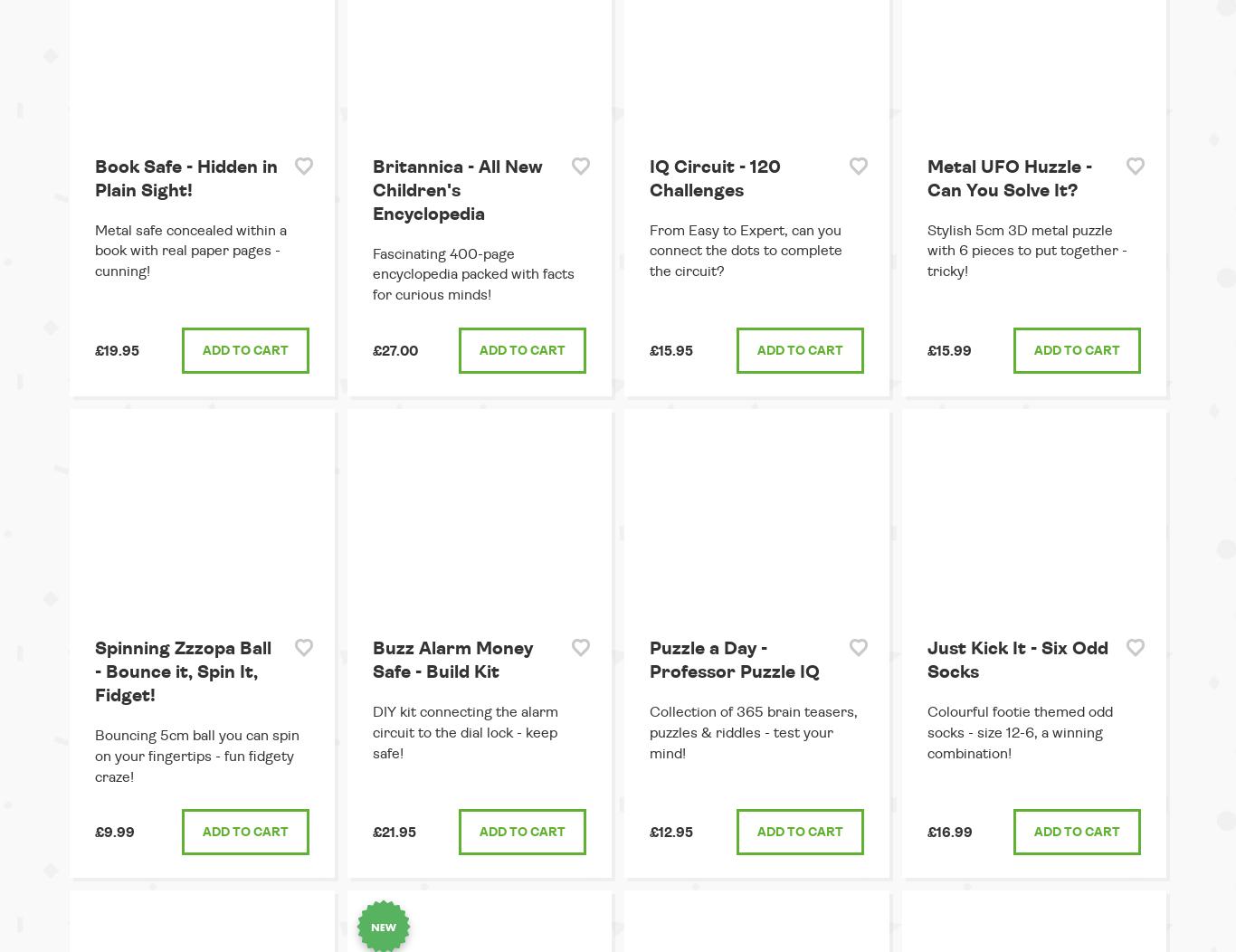 This screenshot has width=1236, height=952. I want to click on '£16.99', so click(947, 833).